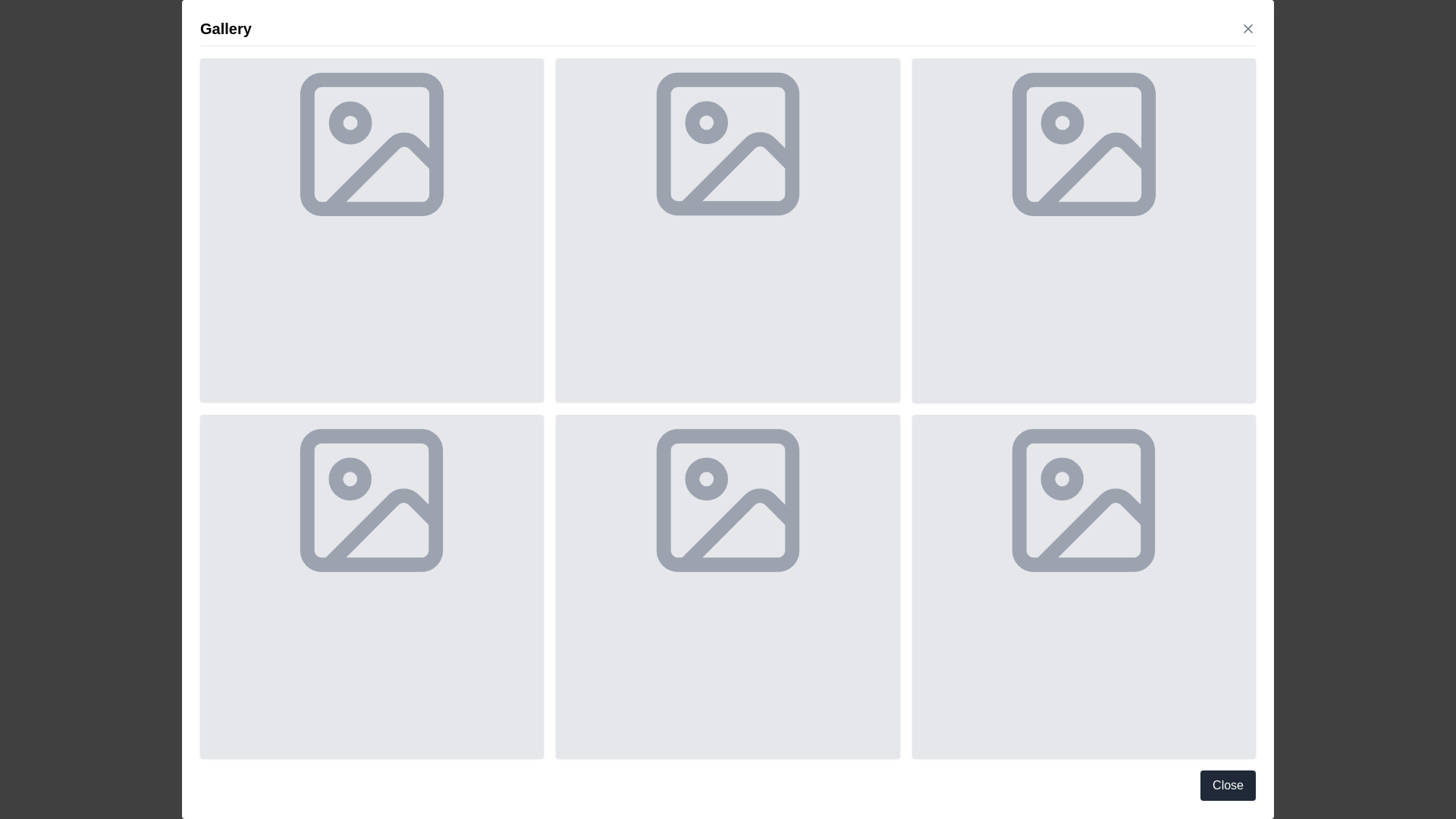 Image resolution: width=1456 pixels, height=819 pixels. I want to click on the close button located at the bottom-right corner of the modal window, so click(1228, 785).